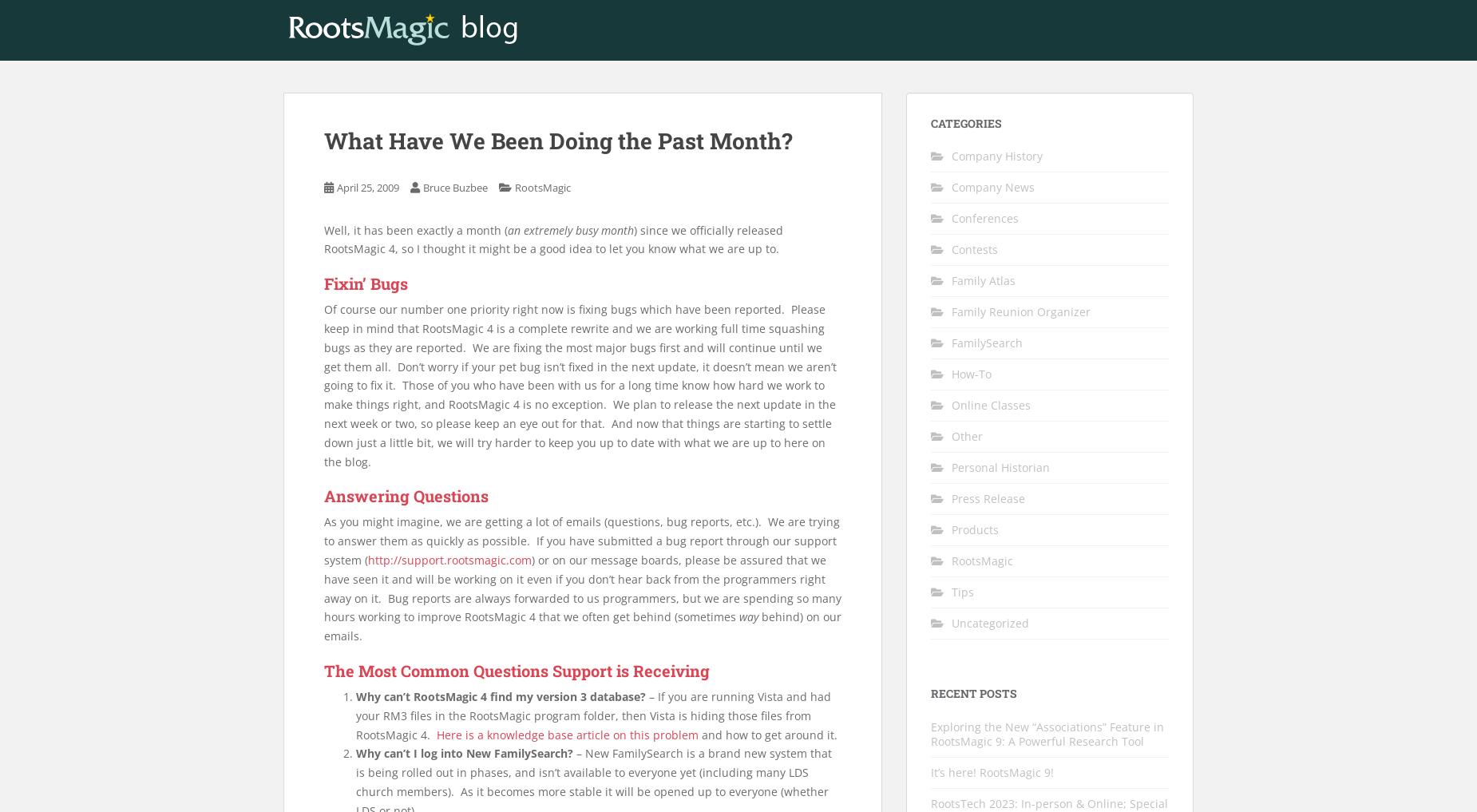 The height and width of the screenshot is (812, 1477). Describe the element at coordinates (323, 239) in the screenshot. I see `') since we officially released RootsMagic 4, so I thought it might be a good idea to let you know what we are up to.'` at that location.